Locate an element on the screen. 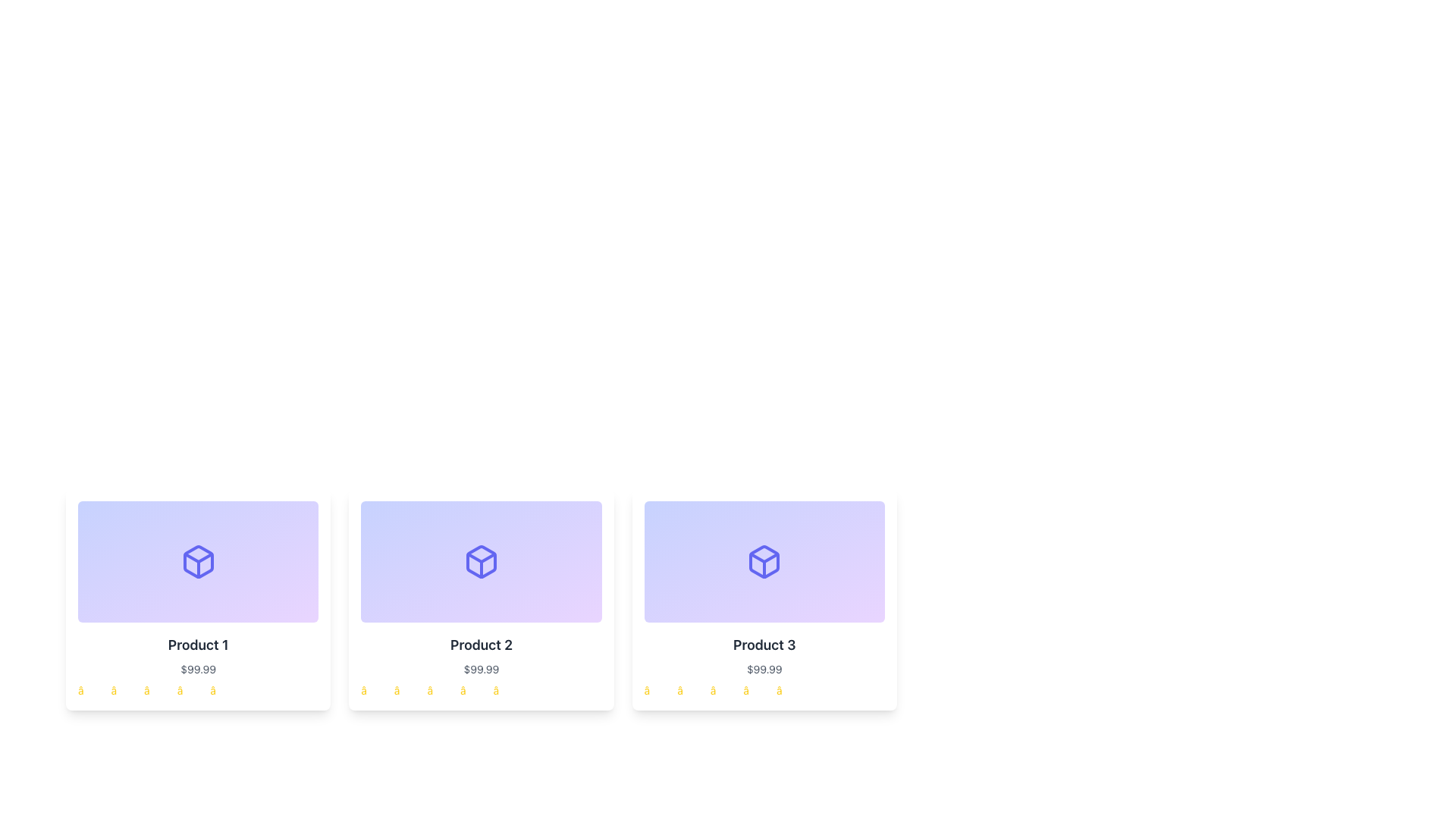 Image resolution: width=1456 pixels, height=819 pixels. the non-interactive rating display consisting of five yellow star icons located at the bottom of Product 1 card, which is the first card in a row of three product cards is located at coordinates (197, 690).